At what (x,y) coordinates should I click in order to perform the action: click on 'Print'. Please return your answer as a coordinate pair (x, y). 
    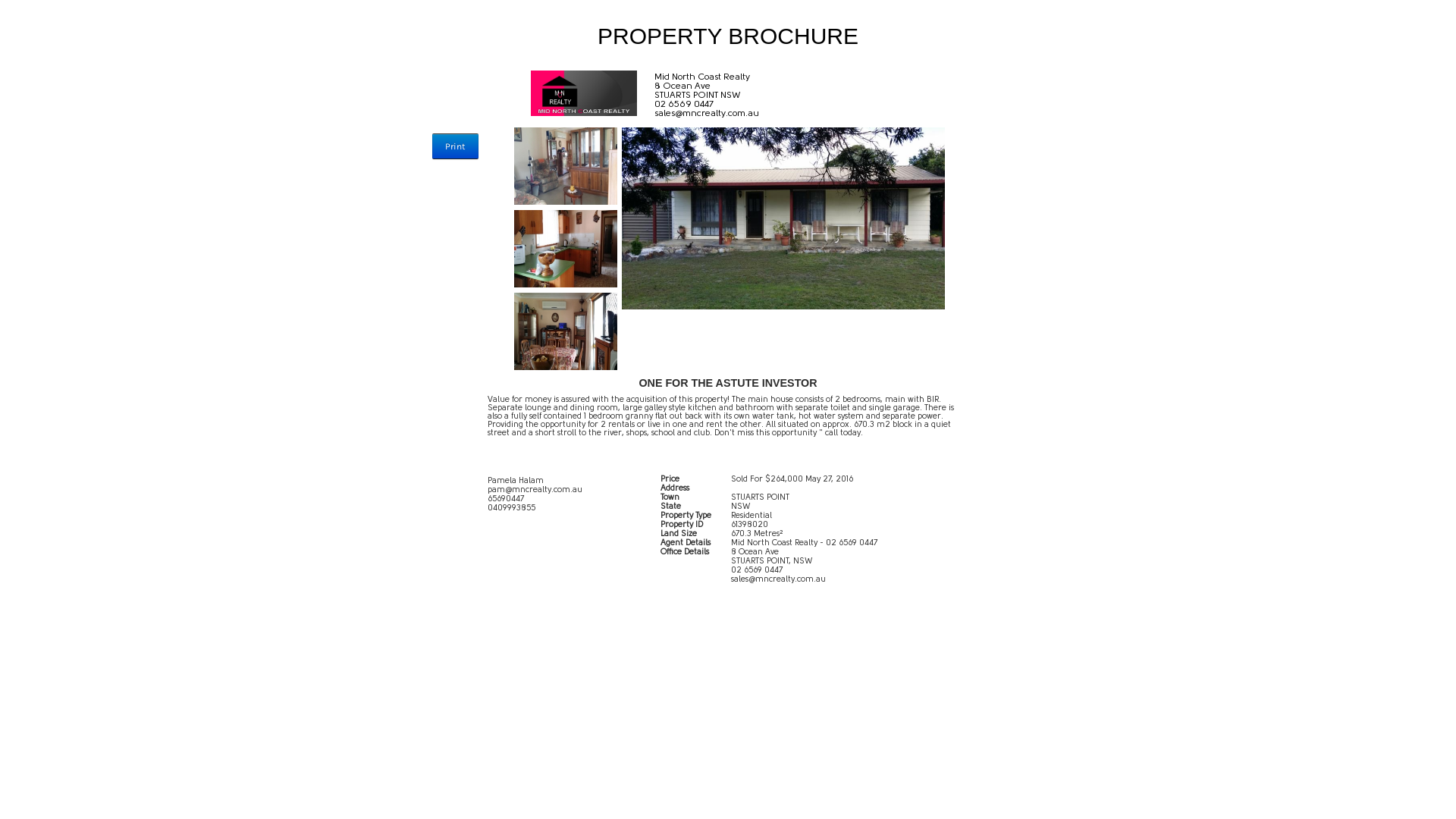
    Looking at the image, I should click on (454, 146).